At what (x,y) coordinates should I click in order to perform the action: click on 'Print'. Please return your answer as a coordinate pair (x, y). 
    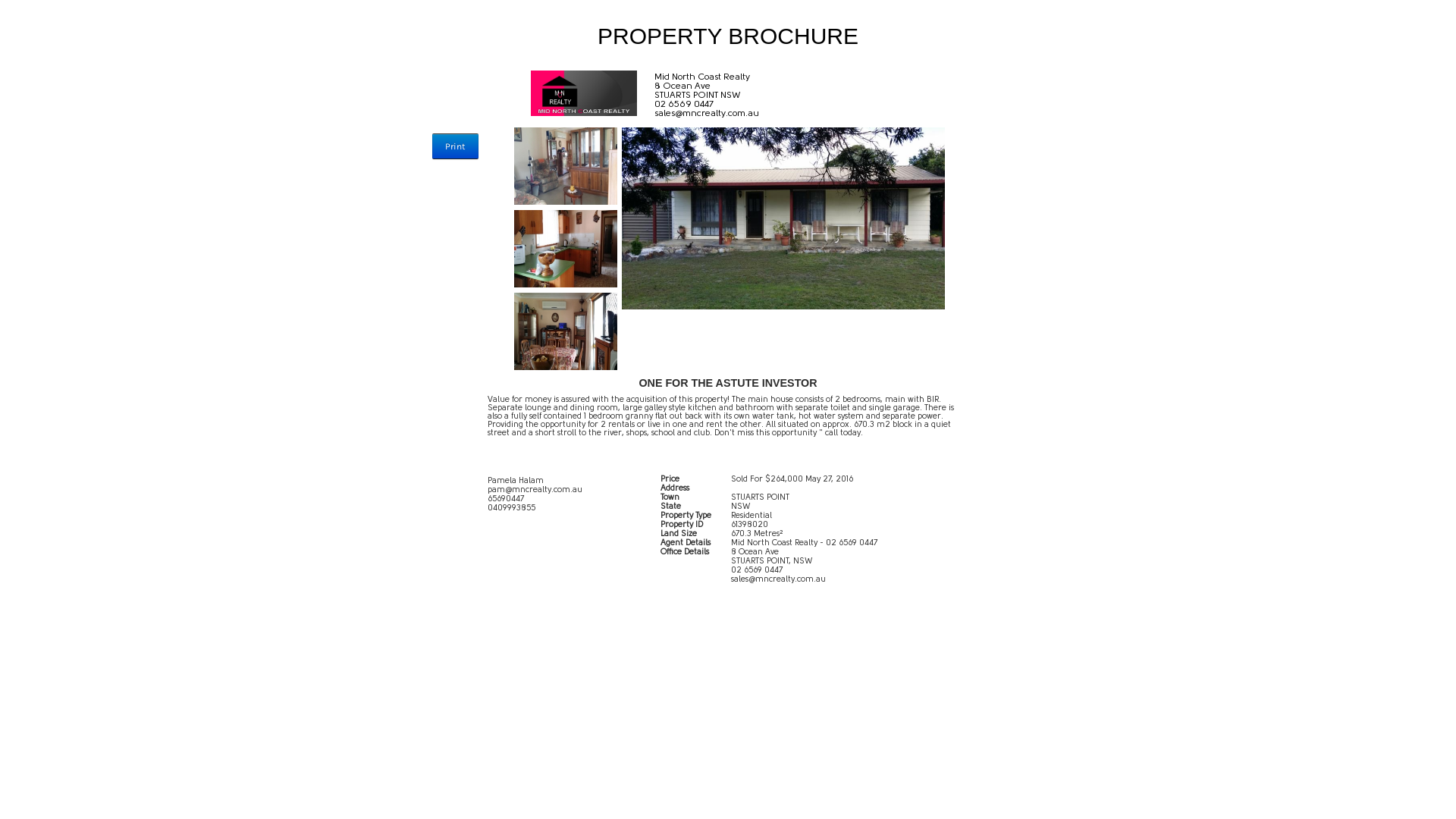
    Looking at the image, I should click on (454, 146).